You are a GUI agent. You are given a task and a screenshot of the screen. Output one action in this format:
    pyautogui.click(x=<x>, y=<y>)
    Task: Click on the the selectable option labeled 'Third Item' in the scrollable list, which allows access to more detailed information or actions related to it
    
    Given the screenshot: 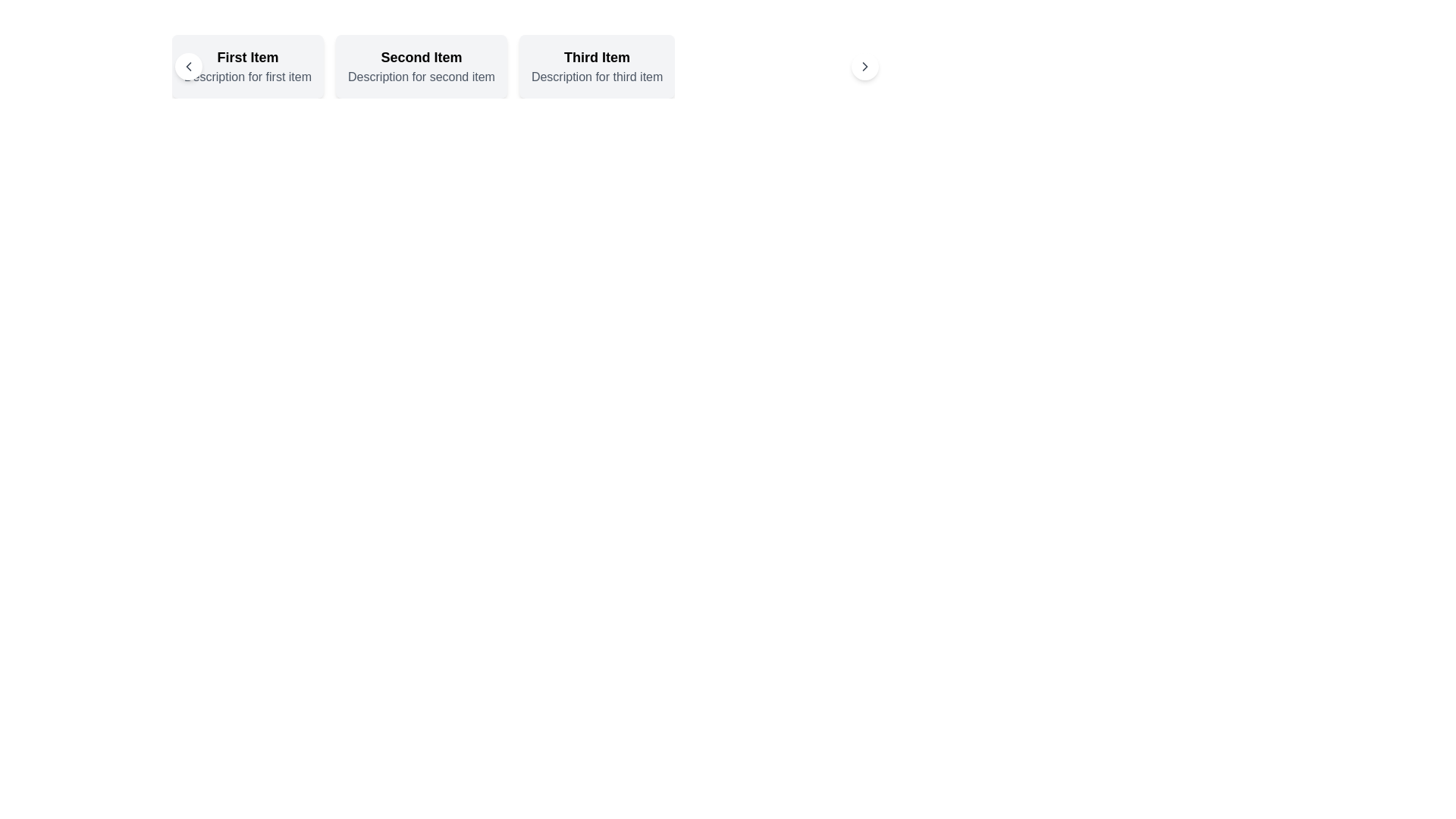 What is the action you would take?
    pyautogui.click(x=527, y=66)
    